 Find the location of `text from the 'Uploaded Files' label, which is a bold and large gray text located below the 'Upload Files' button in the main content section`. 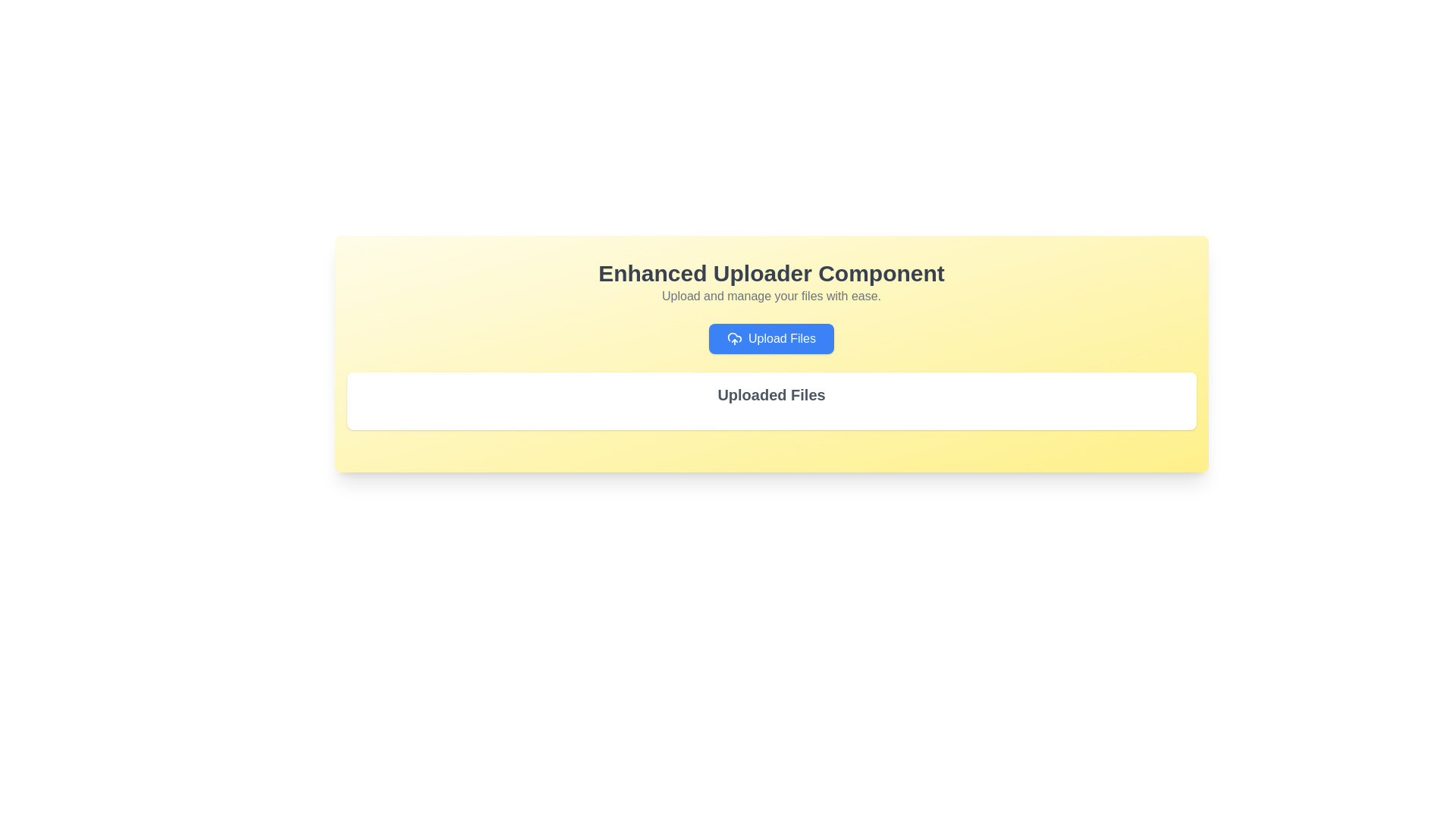

text from the 'Uploaded Files' label, which is a bold and large gray text located below the 'Upload Files' button in the main content section is located at coordinates (771, 394).